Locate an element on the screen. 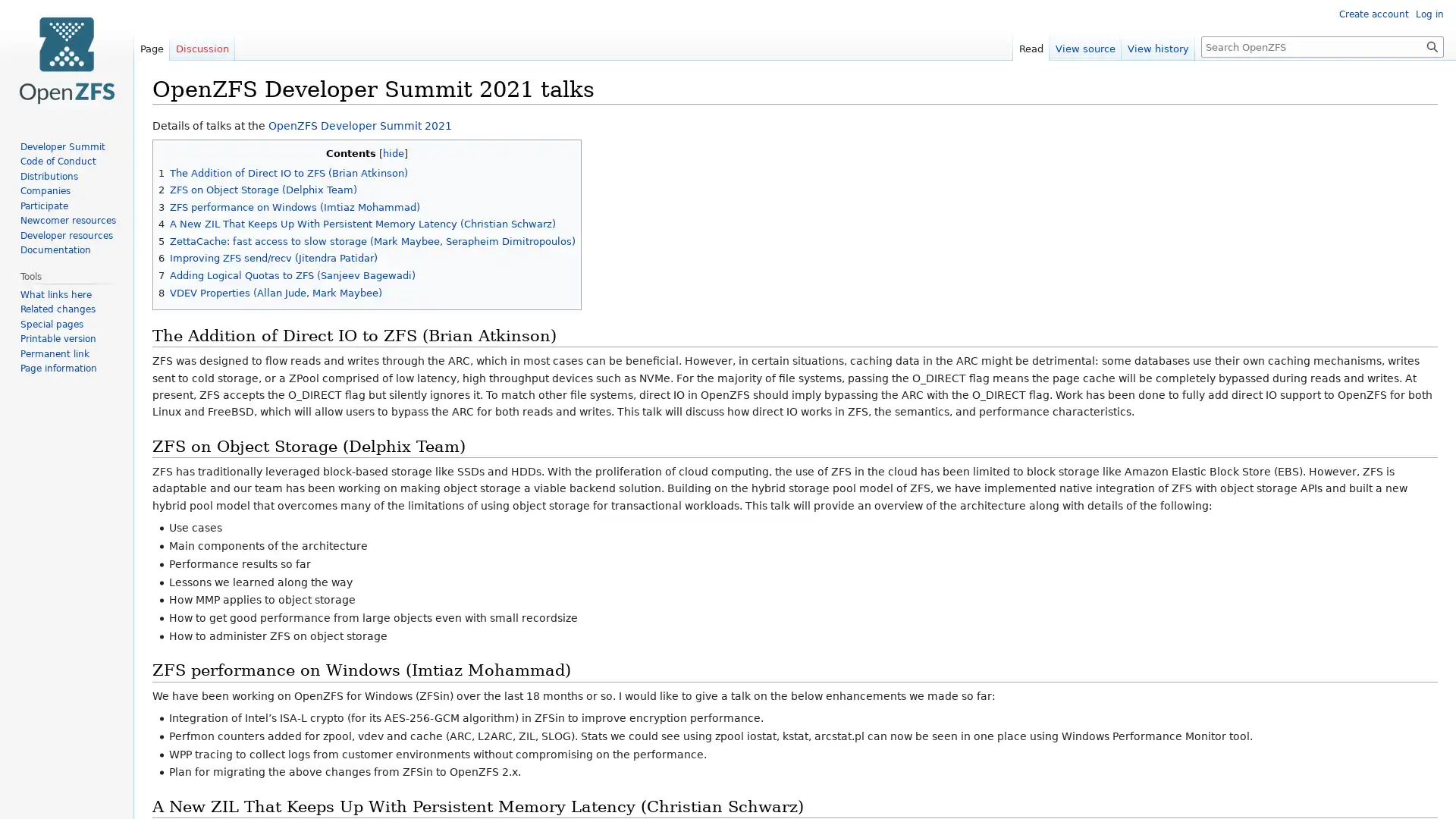 The image size is (1456, 819). Go is located at coordinates (1432, 45).